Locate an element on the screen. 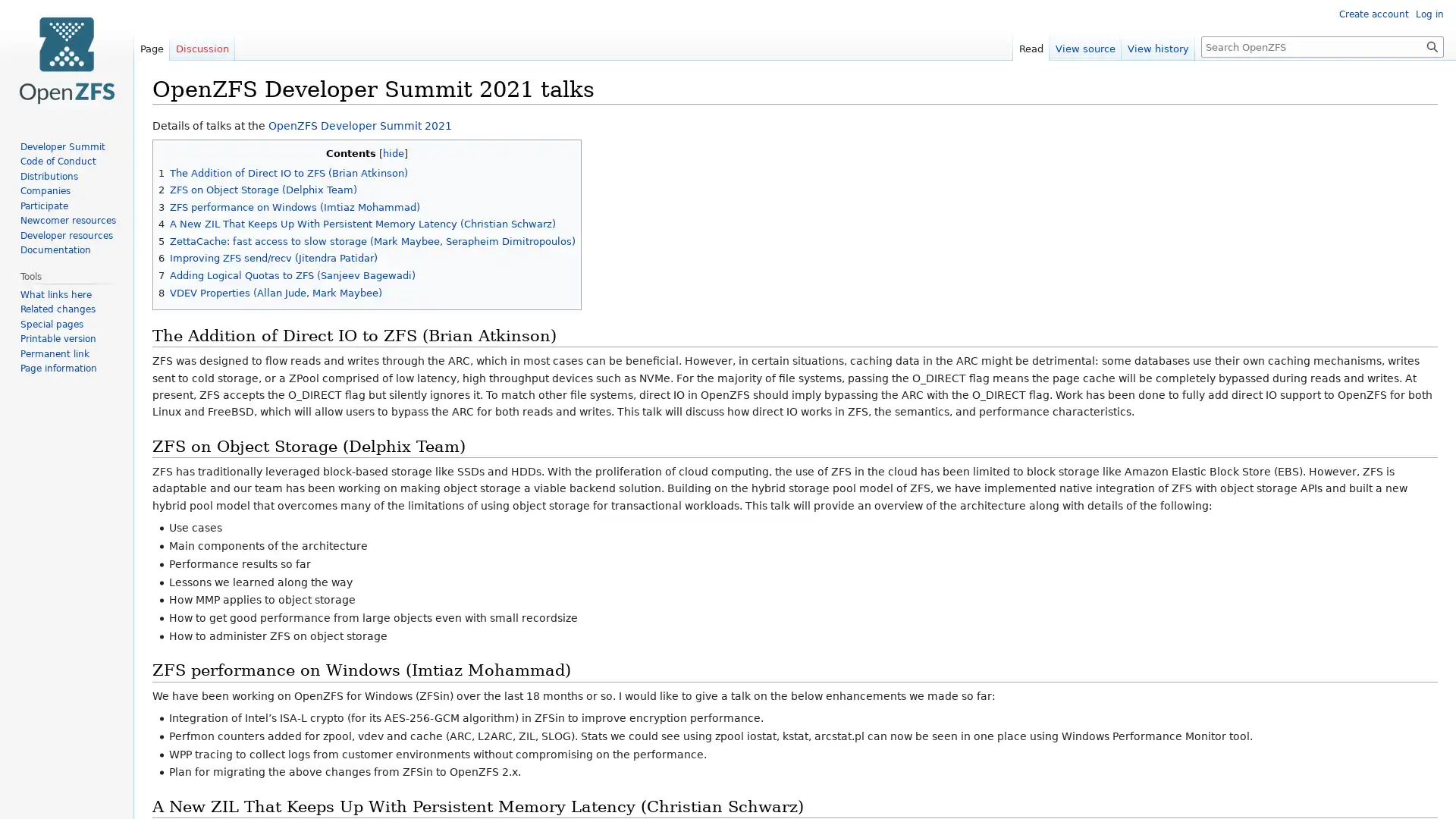 The image size is (1456, 819). Go is located at coordinates (1432, 45).